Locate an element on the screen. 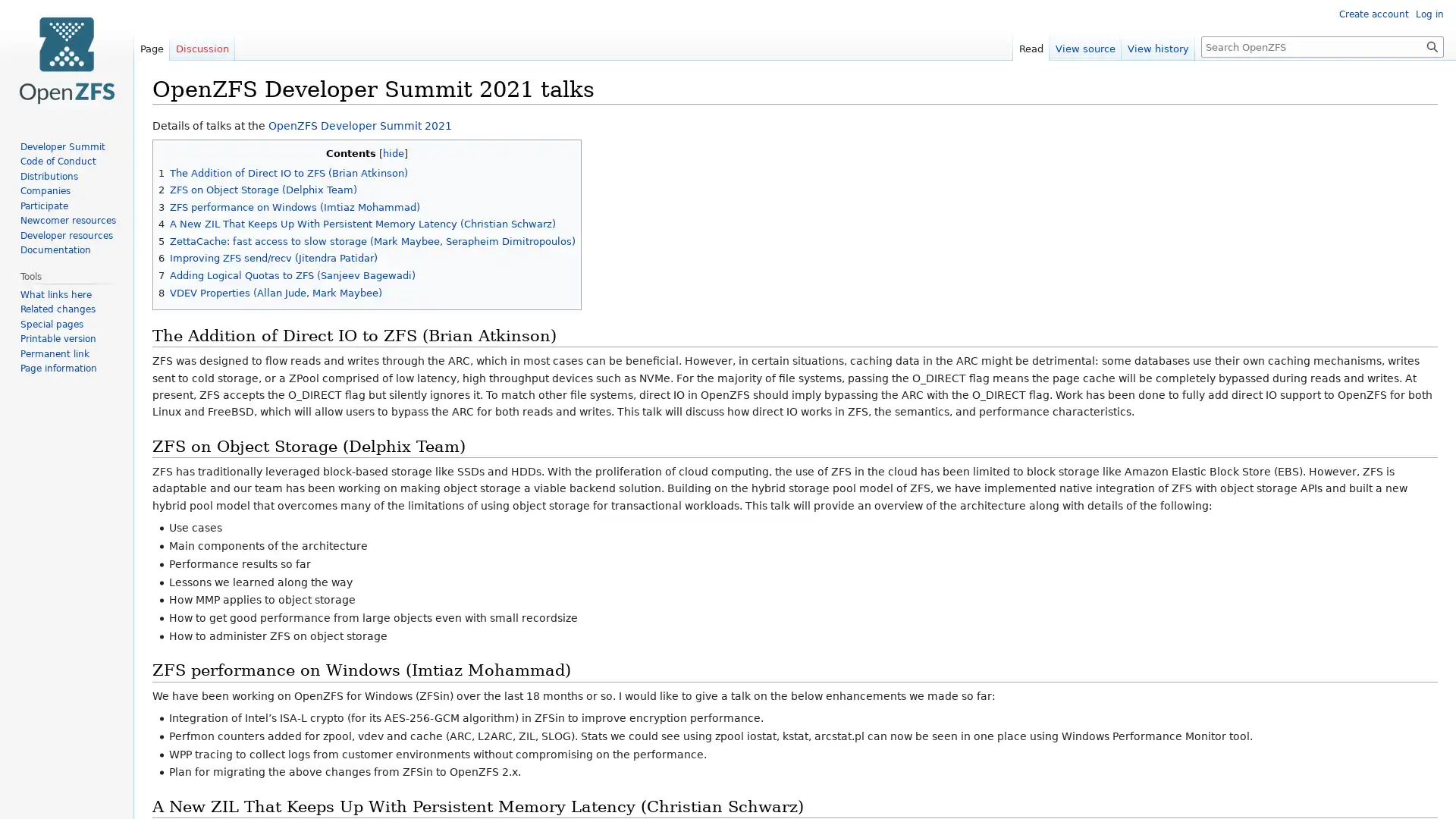 The image size is (1456, 819). Go is located at coordinates (1432, 45).